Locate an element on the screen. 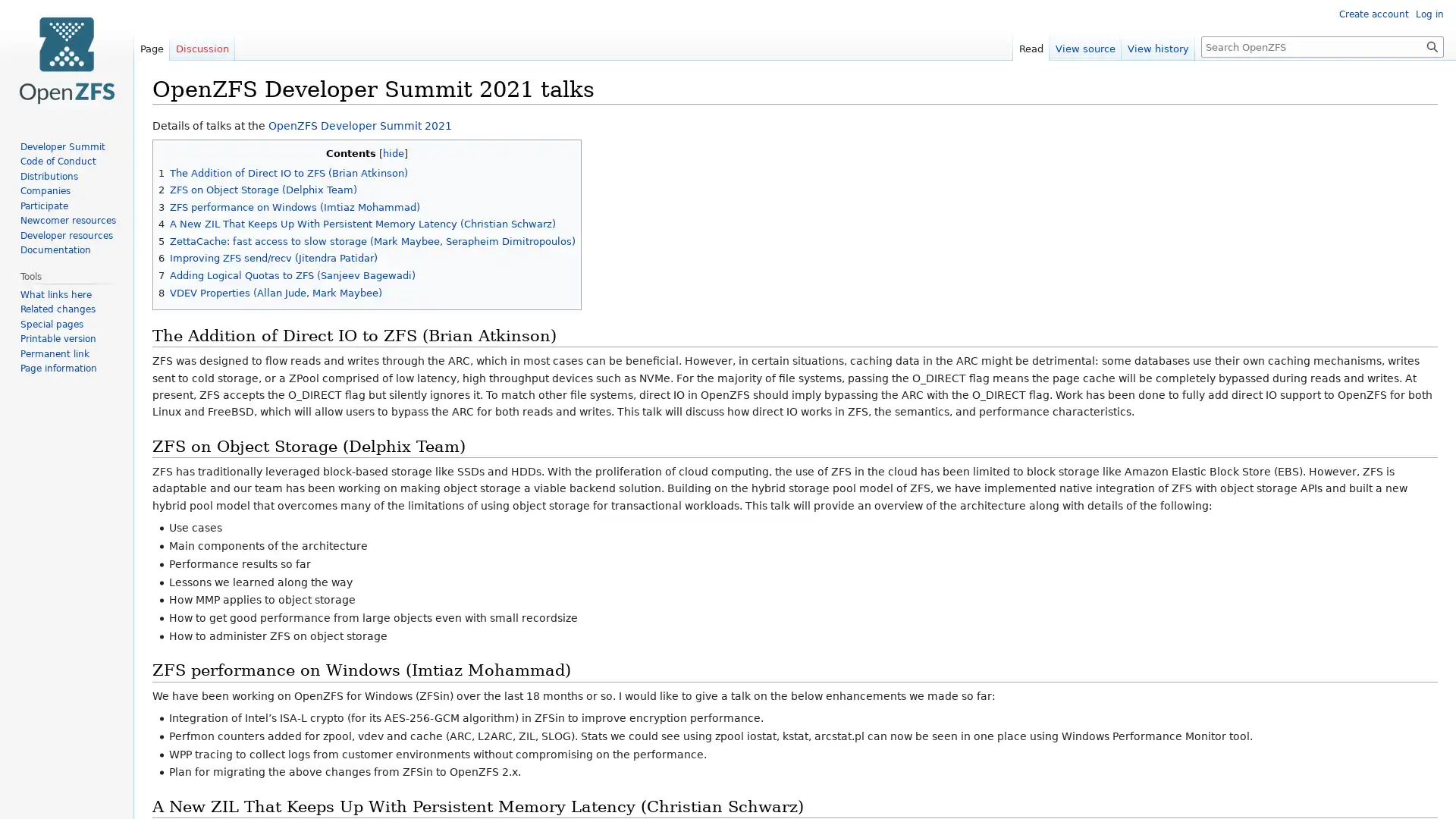 The image size is (1456, 819). Go is located at coordinates (1432, 45).